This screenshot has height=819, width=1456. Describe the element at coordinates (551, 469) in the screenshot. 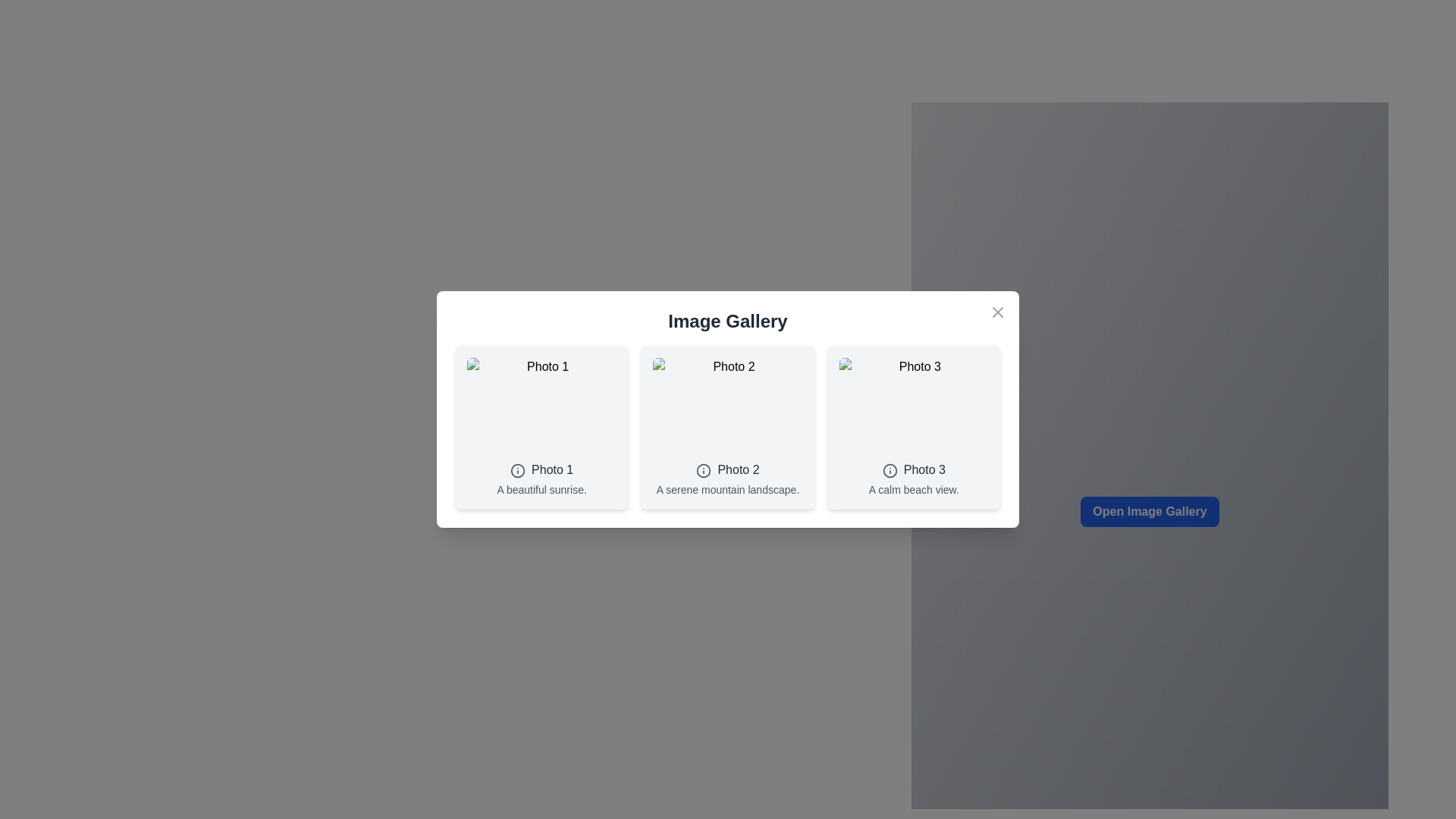

I see `the text label 'Photo 1', which is styled with a medium-weight font in dark gray color, located in the Photo 1 card above the descriptive text 'A beautiful sunrise'` at that location.